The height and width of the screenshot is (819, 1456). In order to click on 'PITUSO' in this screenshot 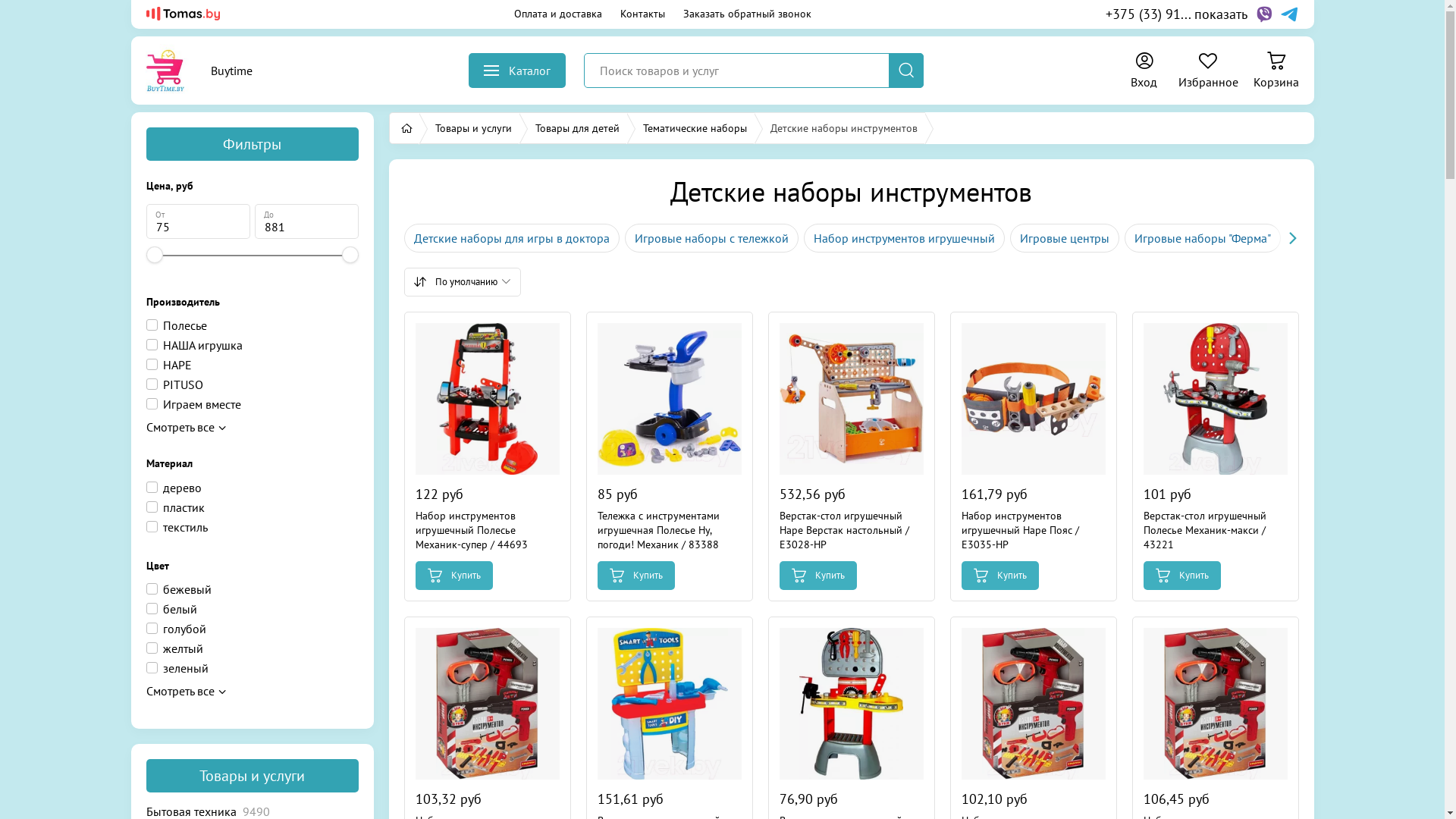, I will do `click(174, 383)`.